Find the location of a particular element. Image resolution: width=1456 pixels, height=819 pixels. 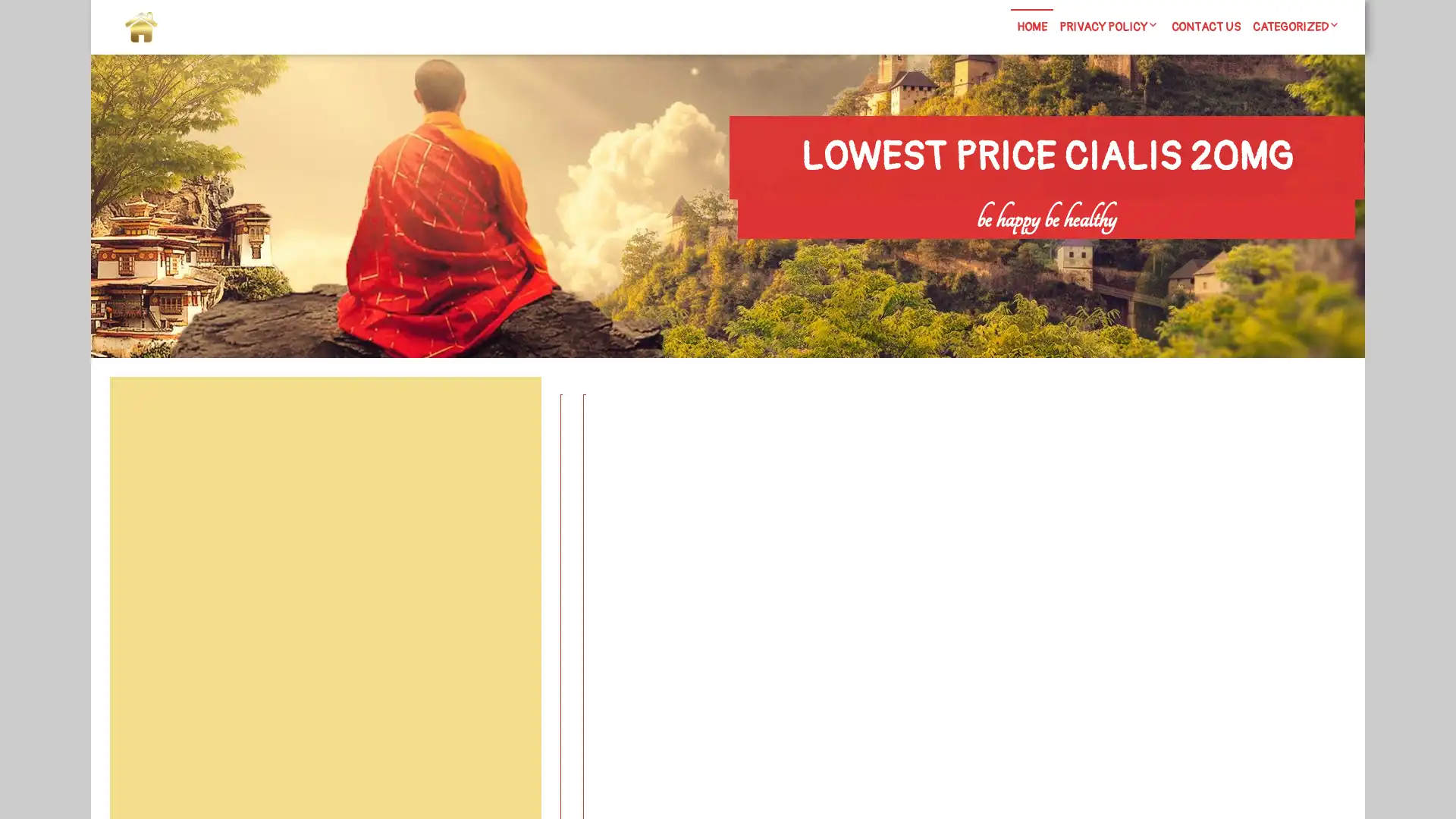

Search is located at coordinates (1181, 248).